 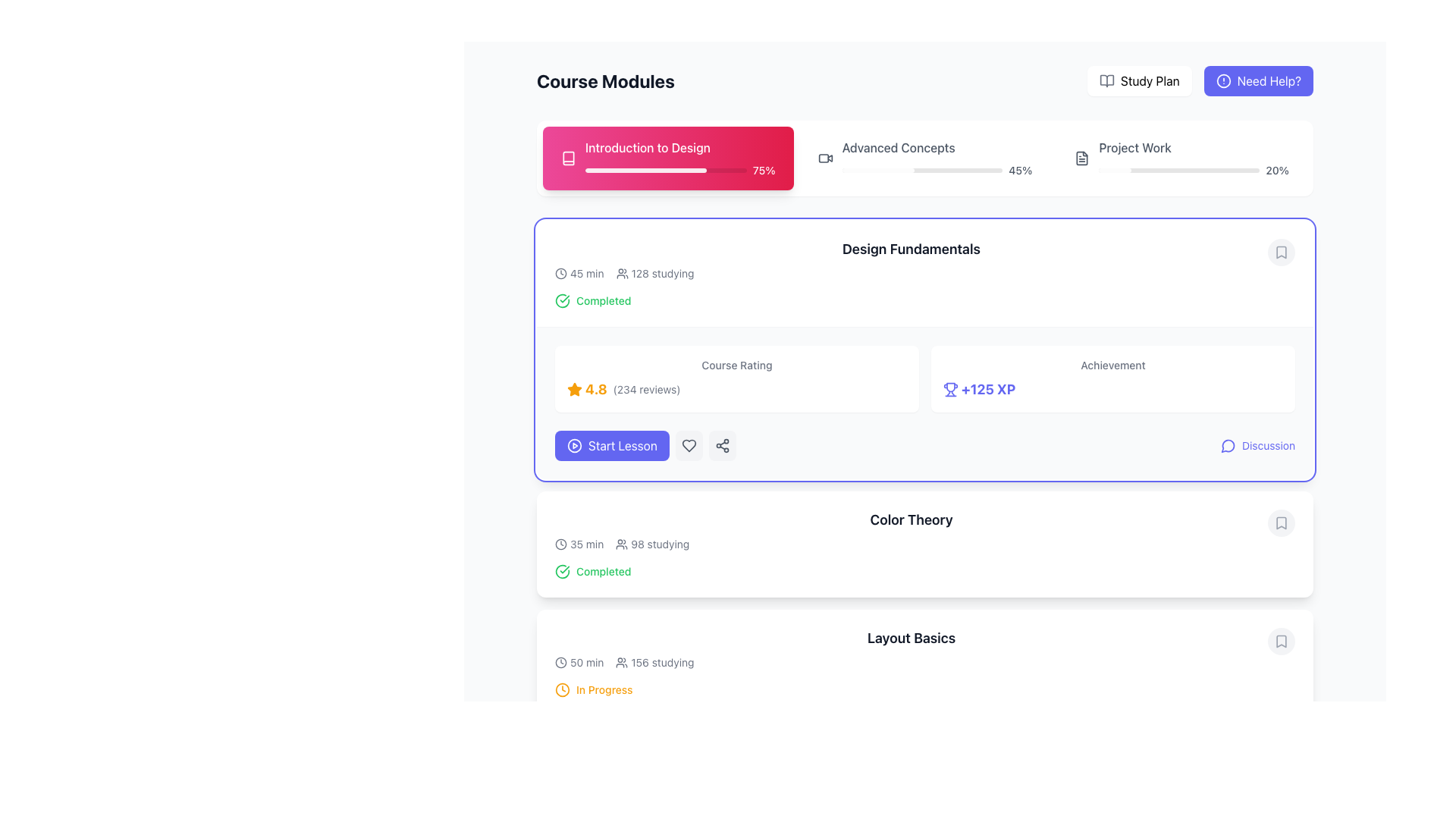 What do you see at coordinates (1280, 641) in the screenshot?
I see `the bookmark action indicator button located on the far-right side of the 'Layout Basics' tile` at bounding box center [1280, 641].